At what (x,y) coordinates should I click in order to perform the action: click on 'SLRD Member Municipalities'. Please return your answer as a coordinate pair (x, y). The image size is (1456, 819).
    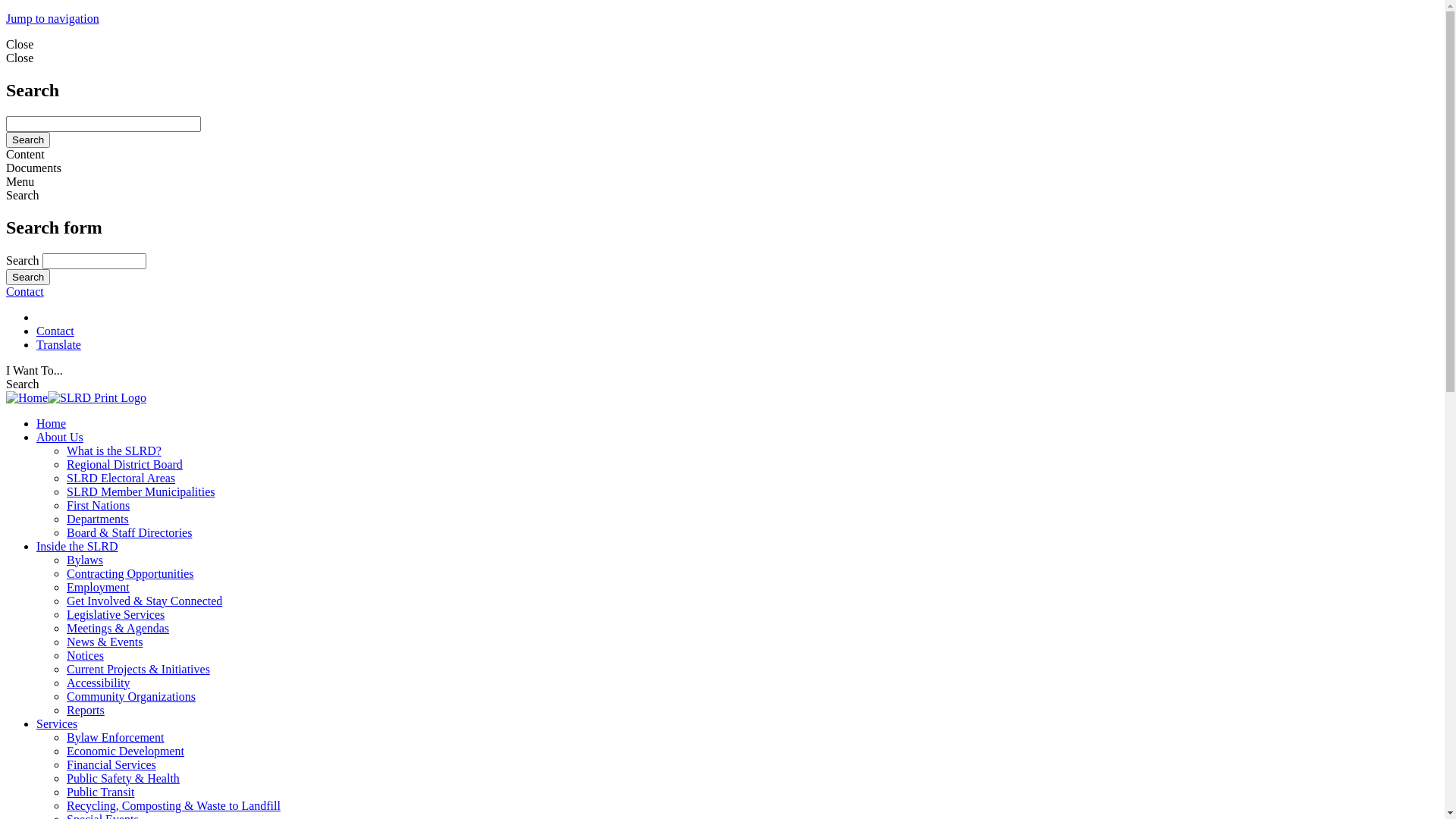
    Looking at the image, I should click on (141, 491).